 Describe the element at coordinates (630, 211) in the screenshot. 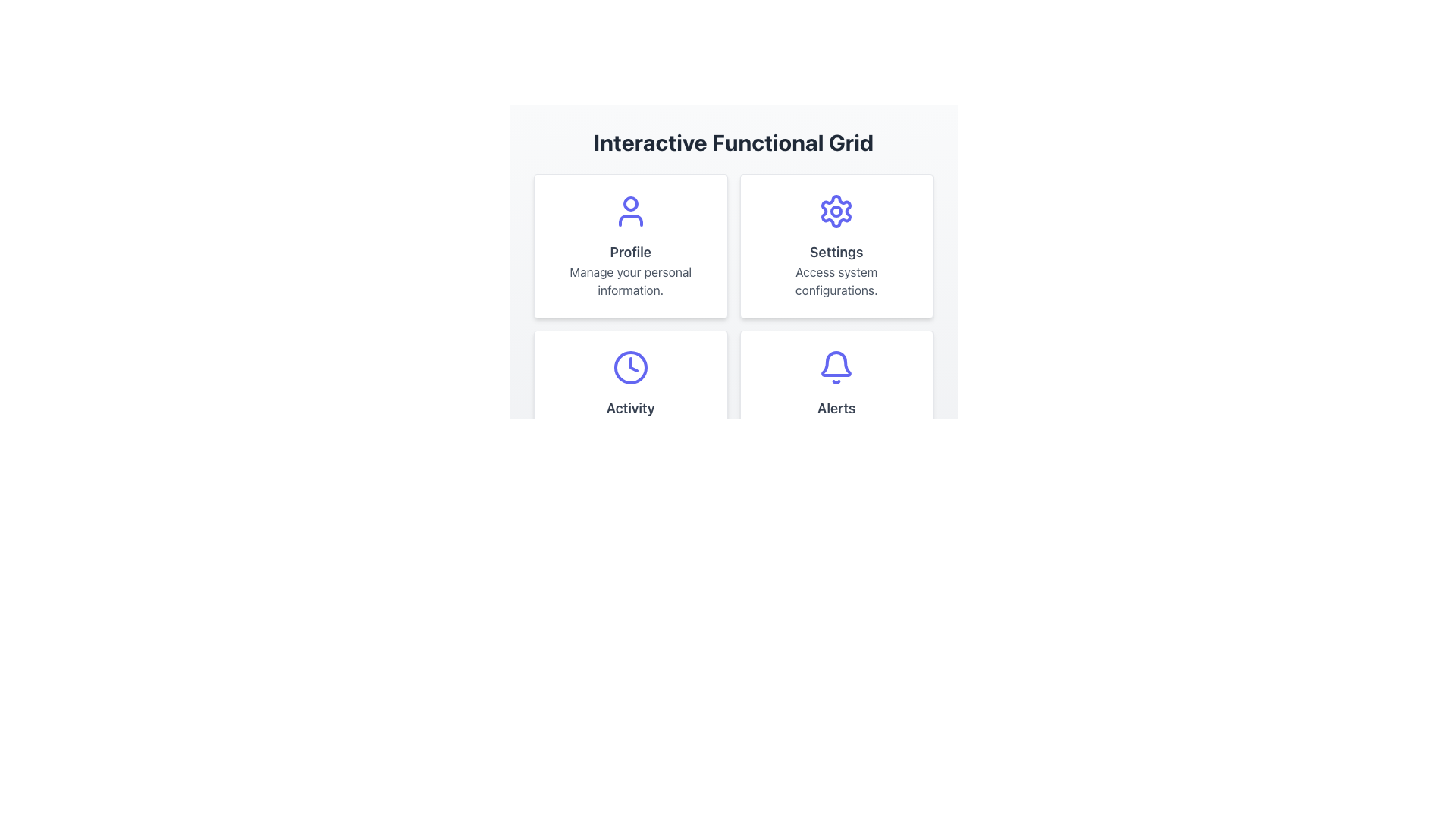

I see `the user silhouette icon styled in purple, located at the top-center of the 'Profile' box, which includes the text 'Manage your personal information.'` at that location.